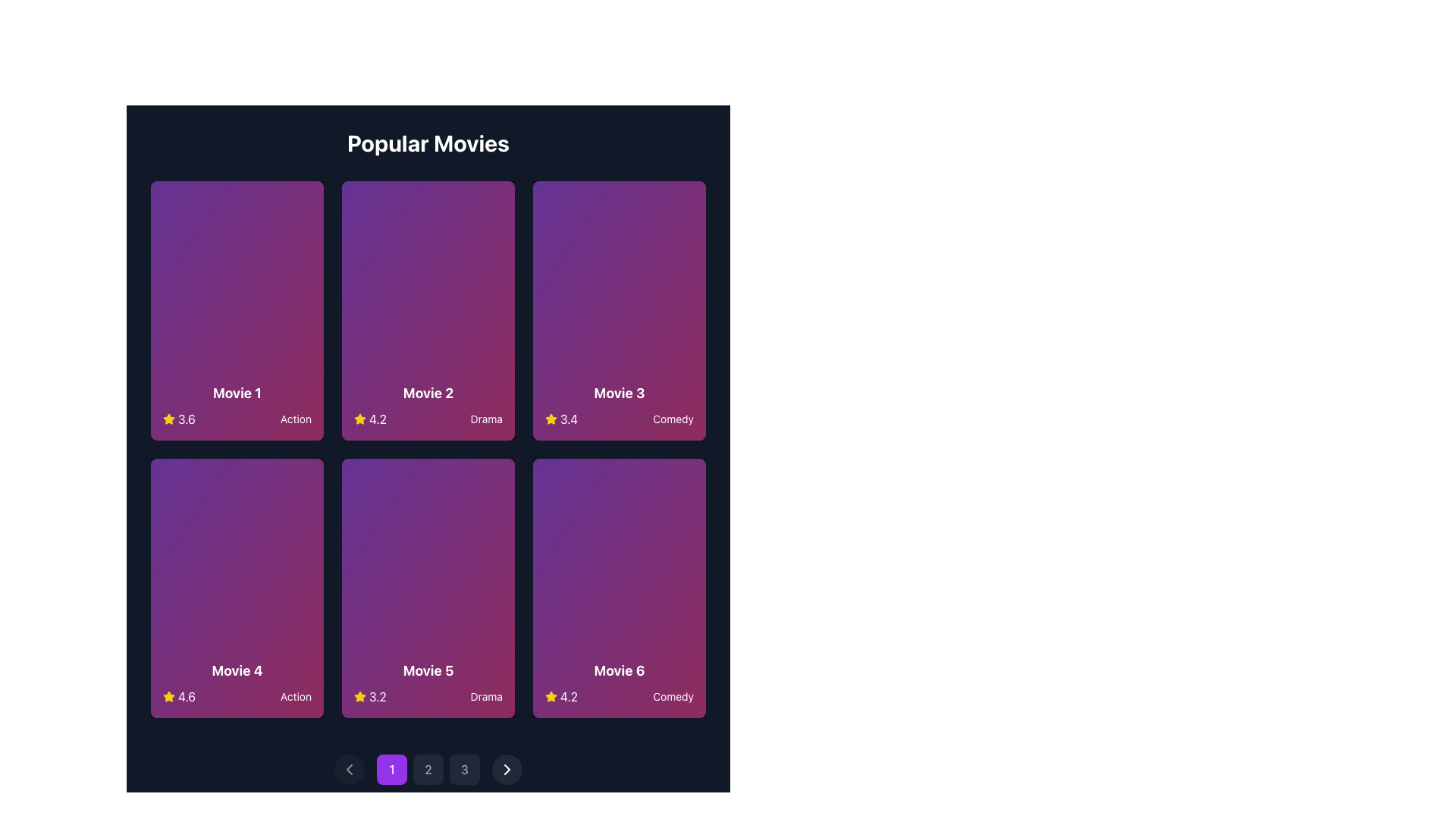 This screenshot has width=1456, height=819. What do you see at coordinates (168, 419) in the screenshot?
I see `star-shaped rating icon with a yellow fill located at the top-left corner of the grid layout under 'Popular Movies', to the left of the numeric rating value '3.6'` at bounding box center [168, 419].